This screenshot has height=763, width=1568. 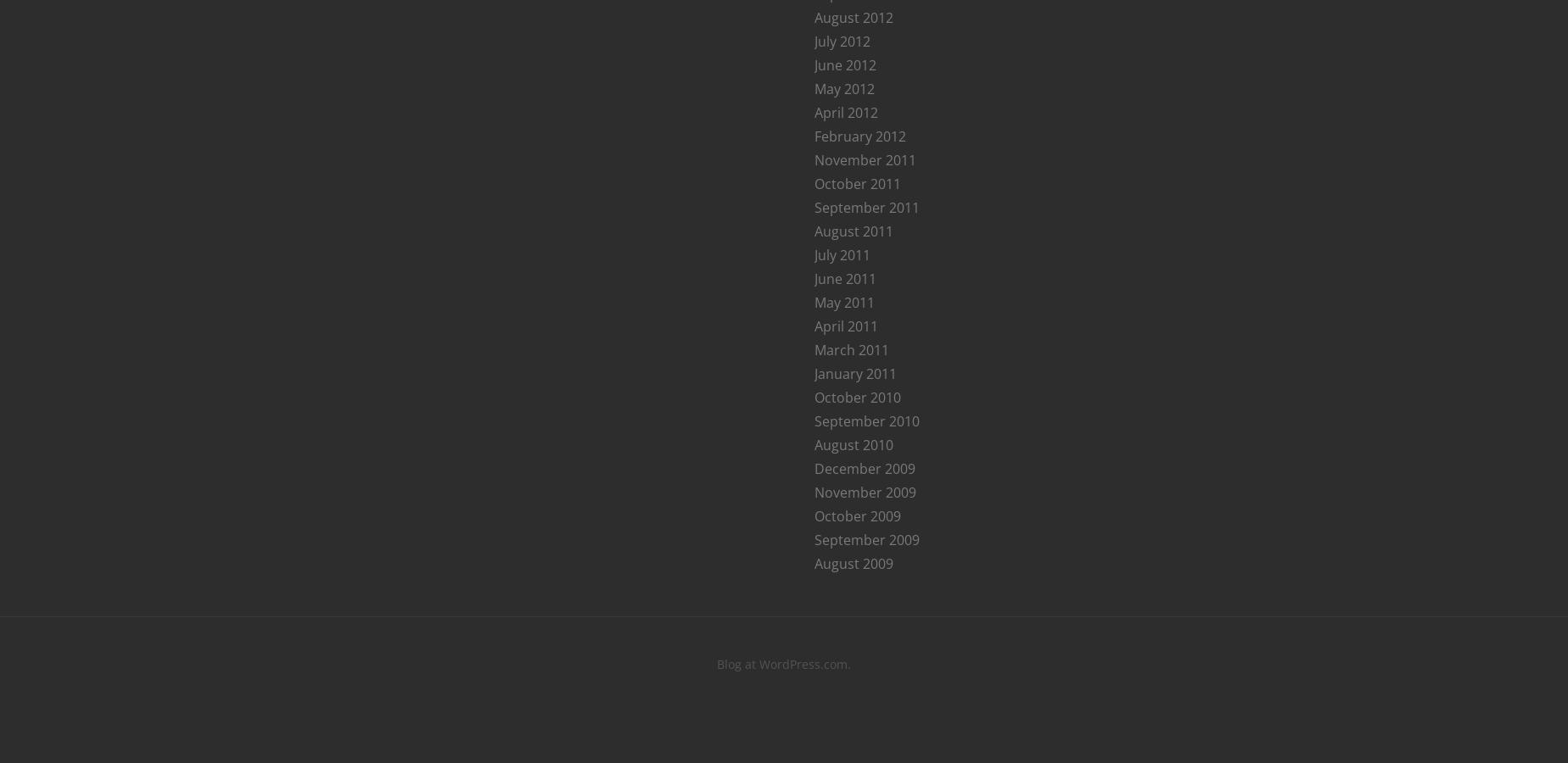 What do you see at coordinates (814, 373) in the screenshot?
I see `'January 2011'` at bounding box center [814, 373].